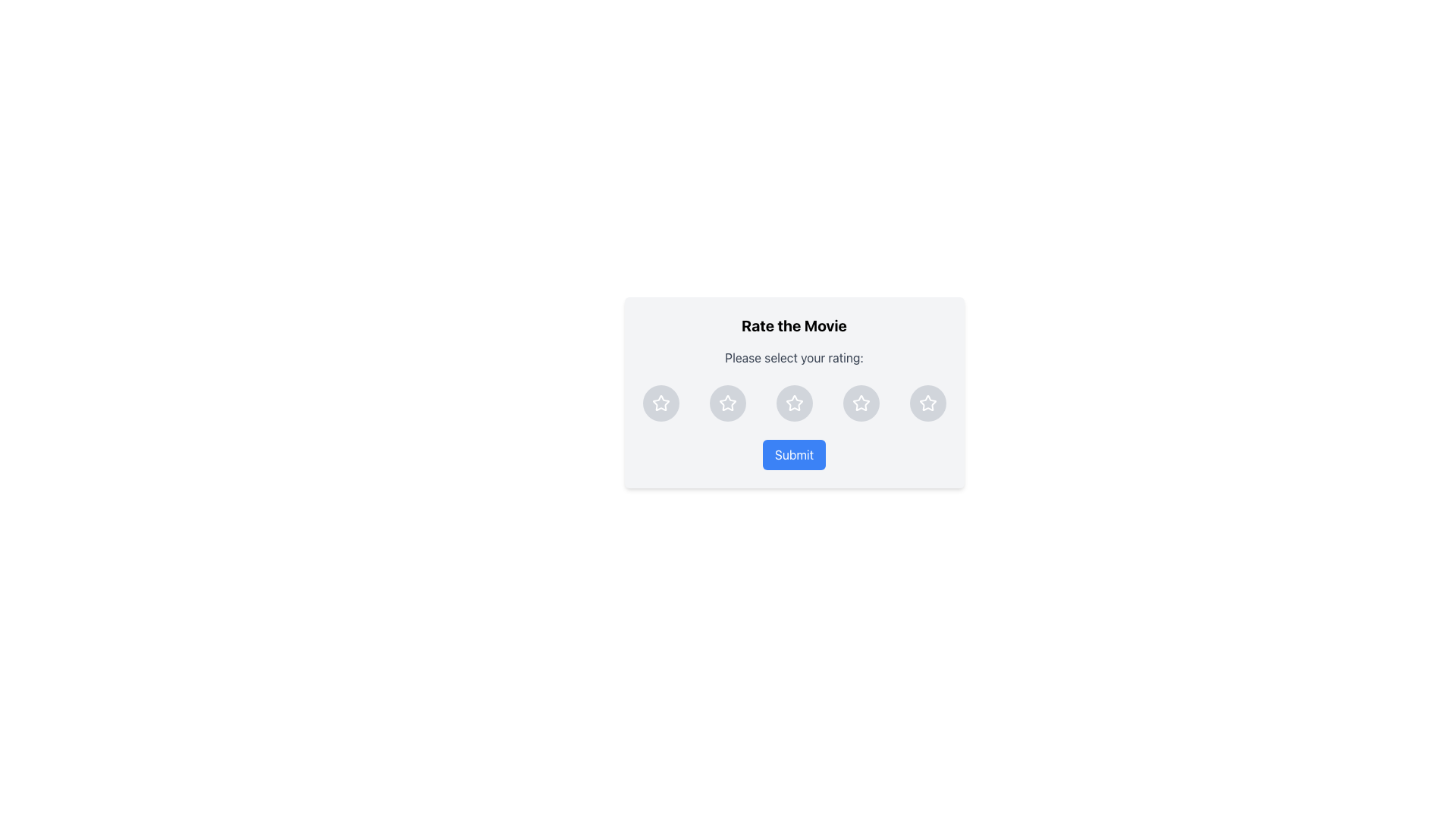 This screenshot has height=819, width=1456. What do you see at coordinates (726, 402) in the screenshot?
I see `the third star-shaped icon in the rating modal` at bounding box center [726, 402].